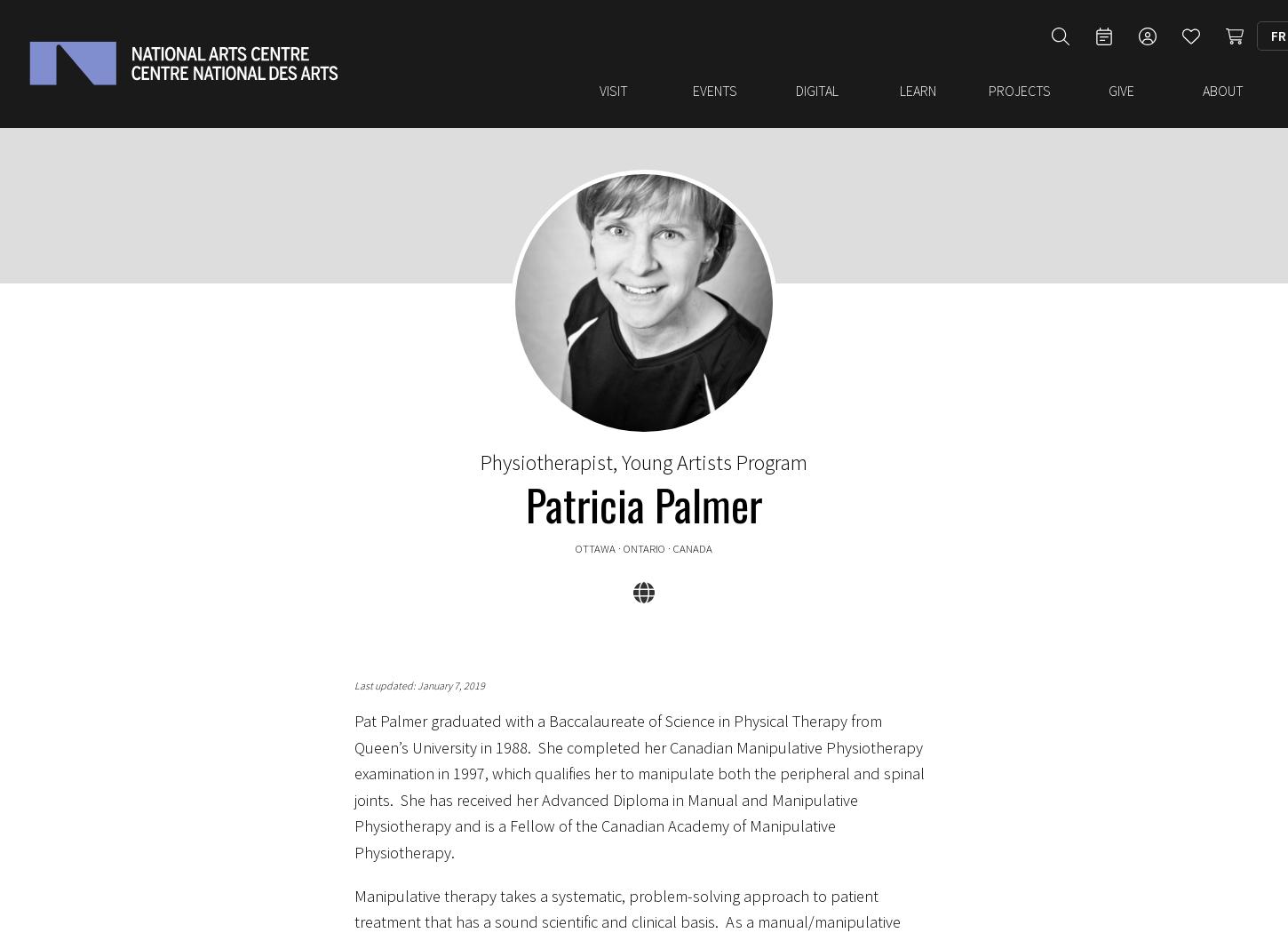  Describe the element at coordinates (1200, 81) in the screenshot. I see `'About'` at that location.